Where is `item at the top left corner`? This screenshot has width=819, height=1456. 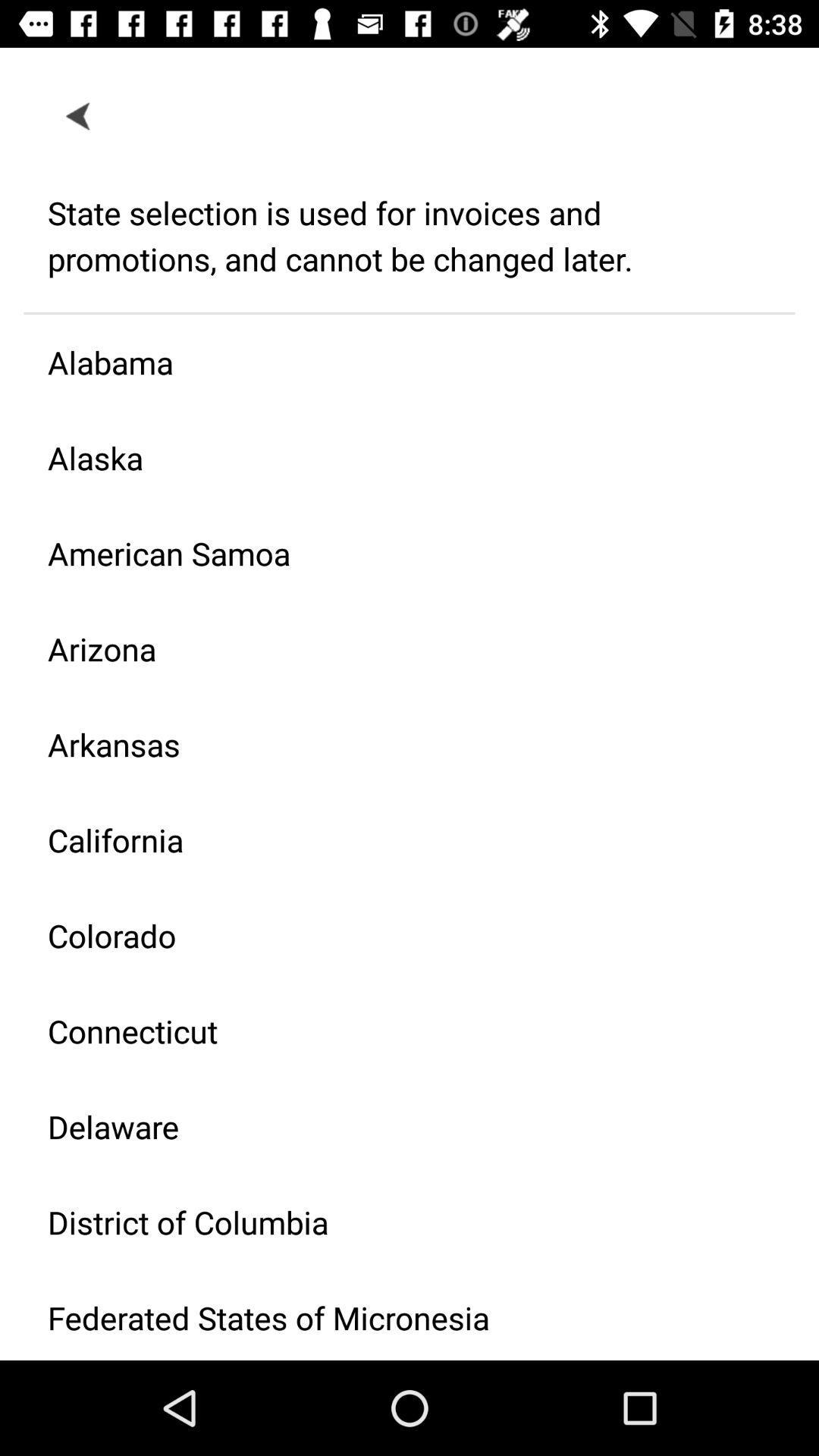
item at the top left corner is located at coordinates (79, 115).